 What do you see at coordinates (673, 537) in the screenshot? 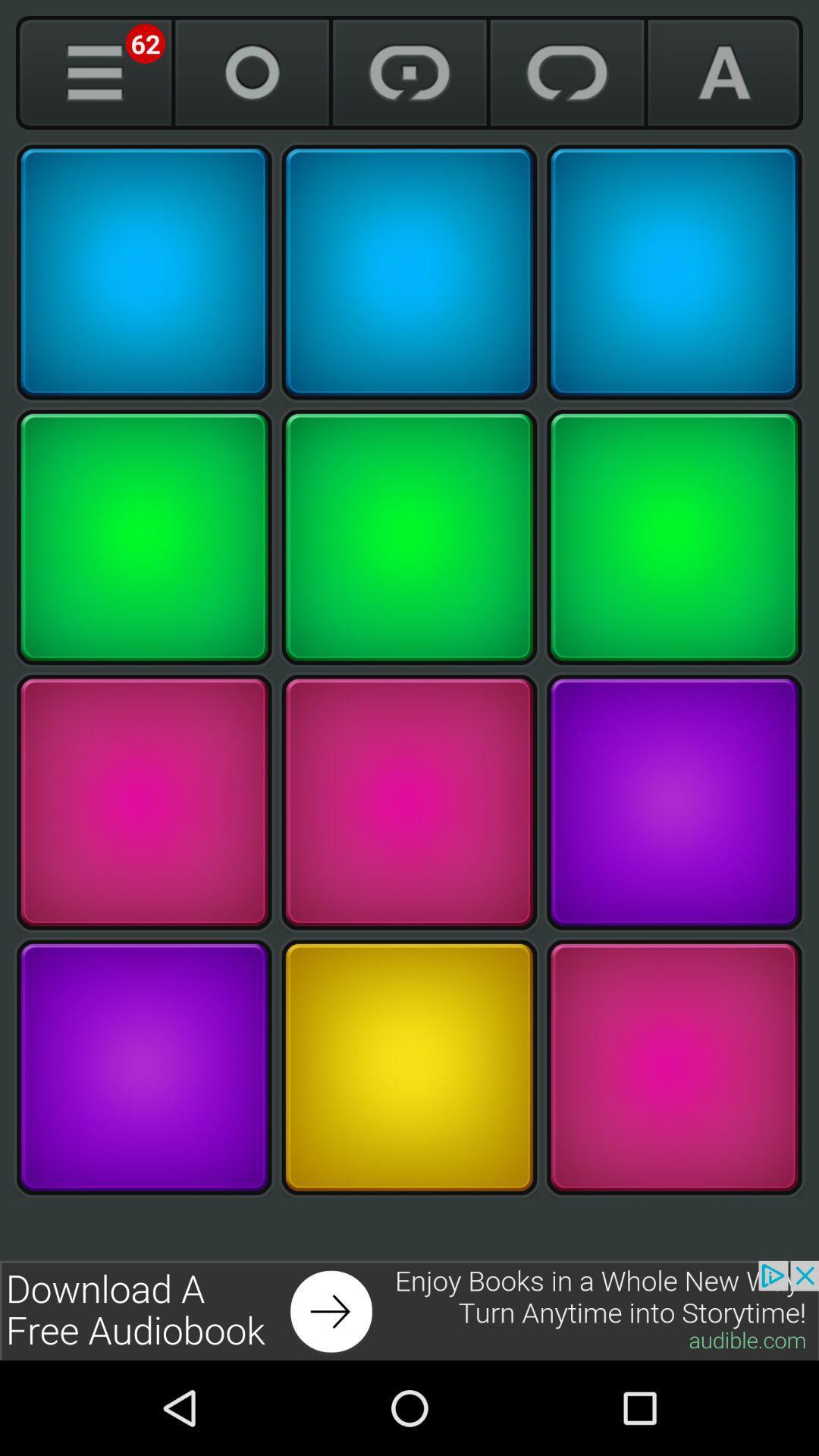
I see `discover this beat` at bounding box center [673, 537].